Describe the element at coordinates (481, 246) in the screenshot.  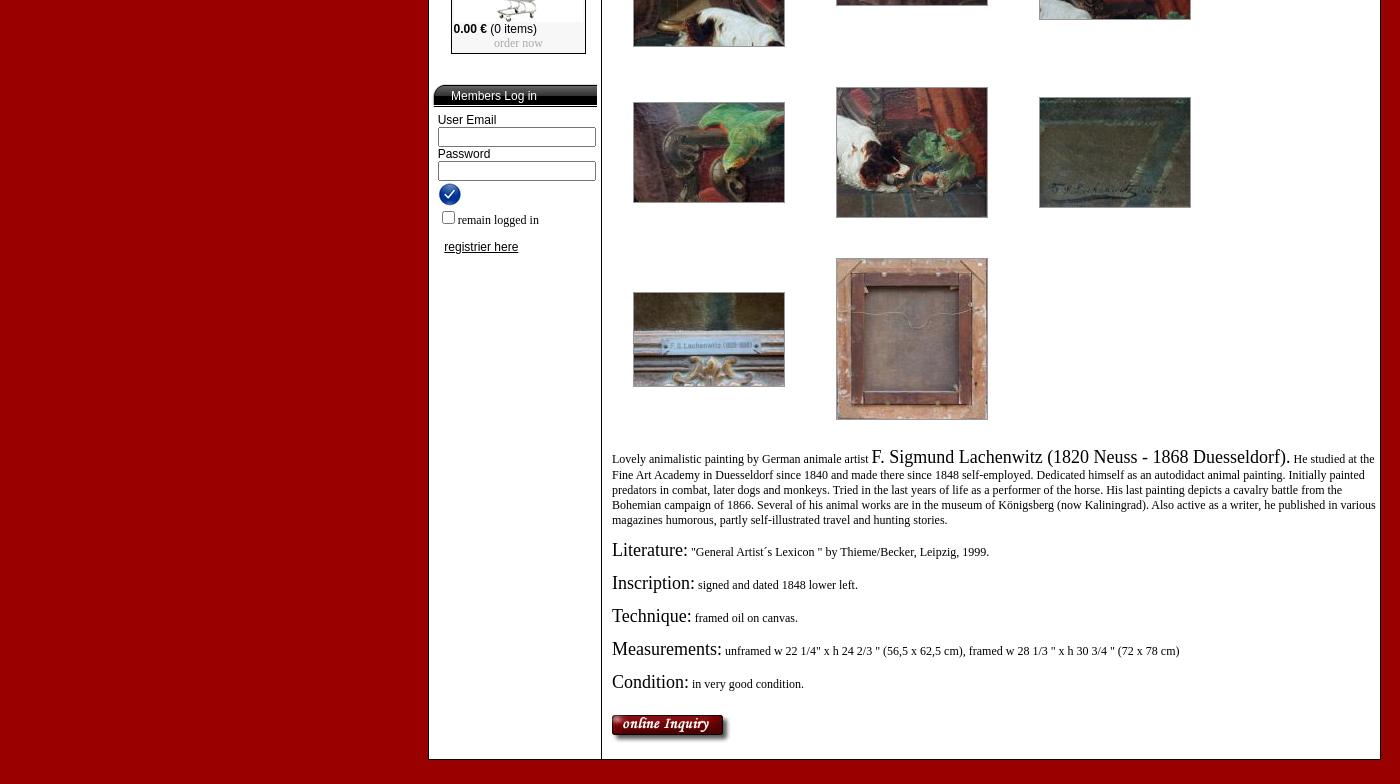
I see `'registrier here'` at that location.